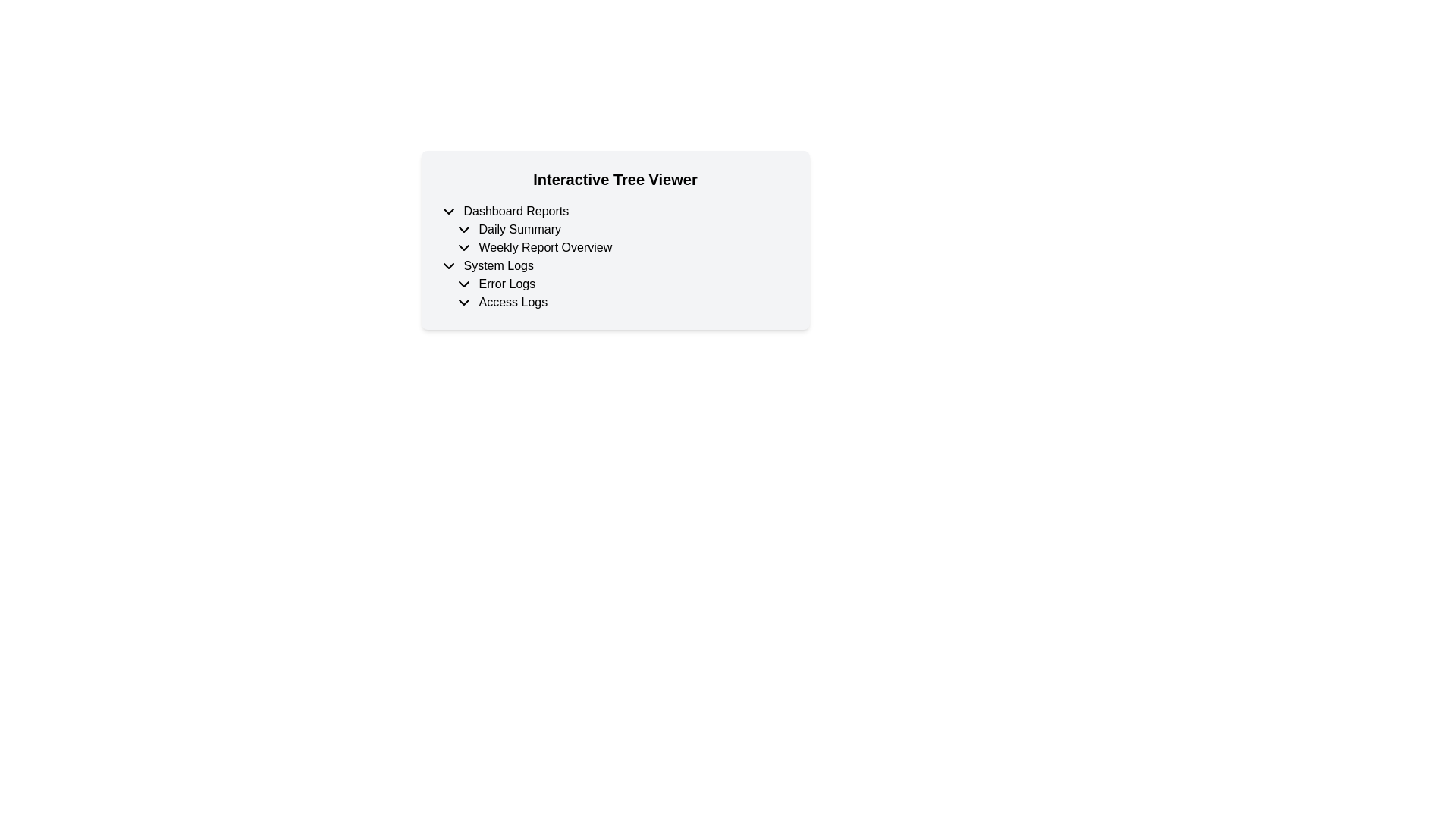  I want to click on the 'Weekly Report Overview' navigational menu item to expand or collapse its sub-options, so click(615, 247).